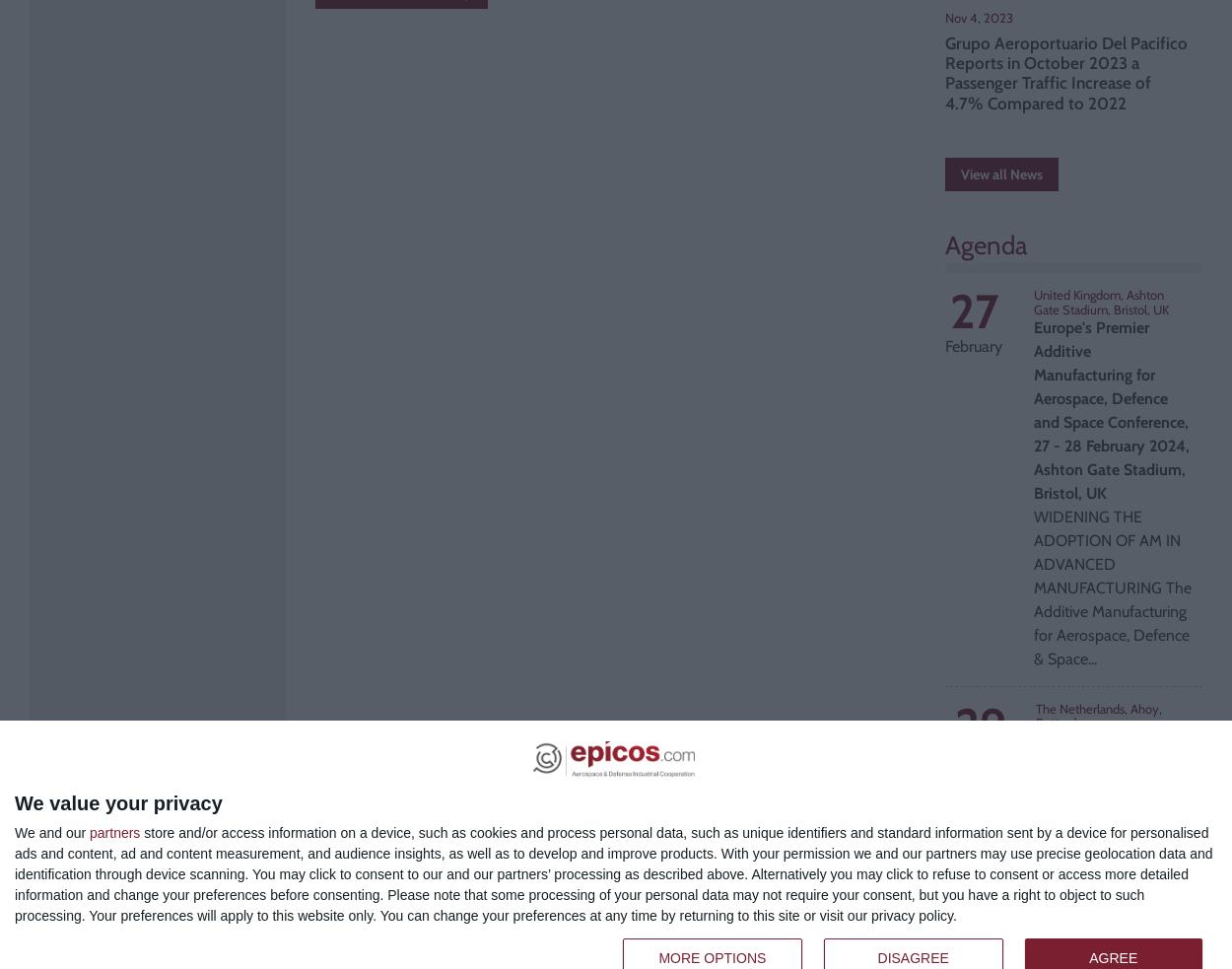  Describe the element at coordinates (1001, 174) in the screenshot. I see `'View all News'` at that location.